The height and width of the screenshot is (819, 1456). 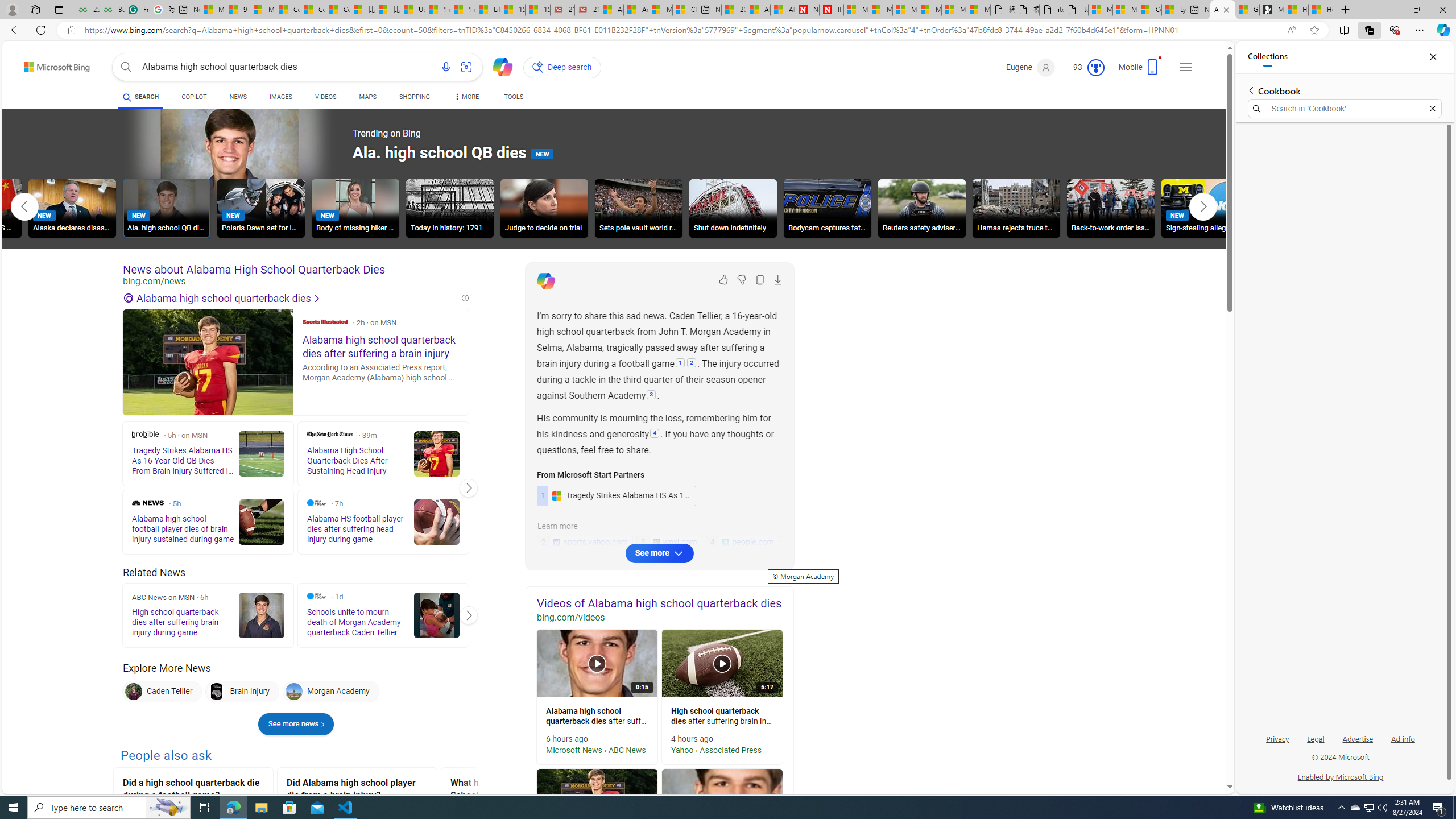 I want to click on 'Bodycam captures fatal shot', so click(x=827, y=207).